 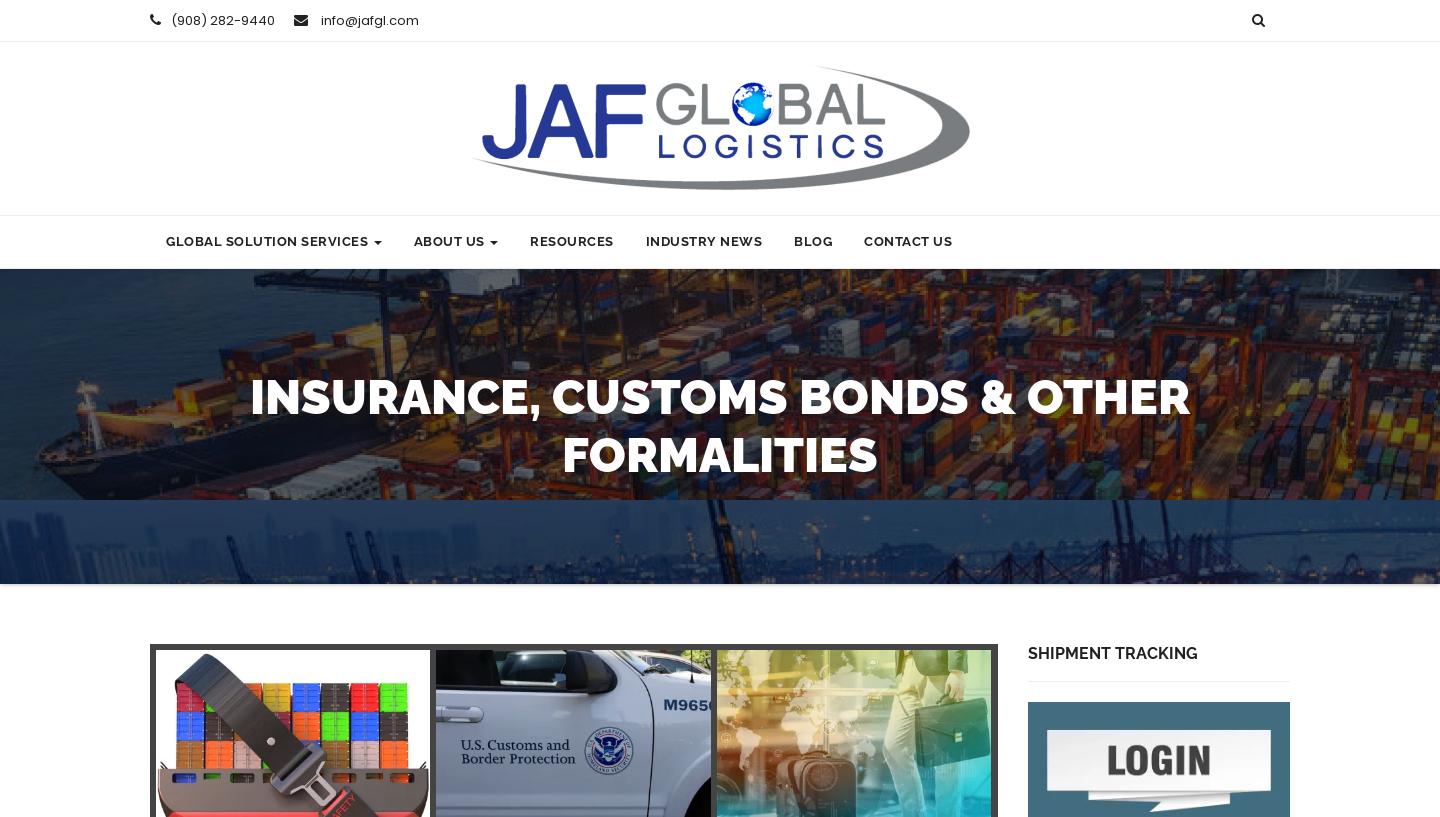 I want to click on 'Shipment Tracking', so click(x=1110, y=653).